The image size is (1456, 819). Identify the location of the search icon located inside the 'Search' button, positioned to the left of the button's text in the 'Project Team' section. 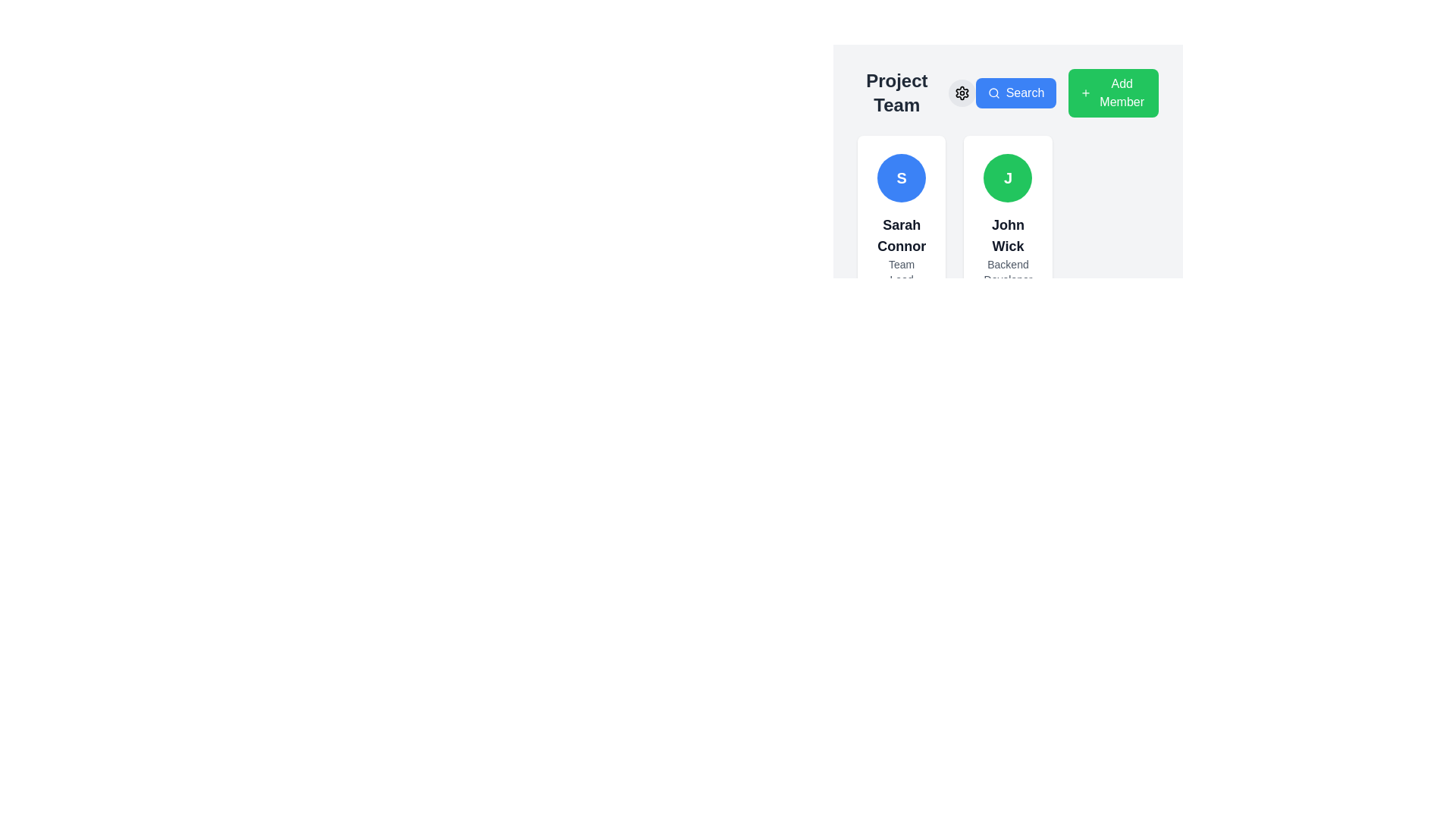
(993, 93).